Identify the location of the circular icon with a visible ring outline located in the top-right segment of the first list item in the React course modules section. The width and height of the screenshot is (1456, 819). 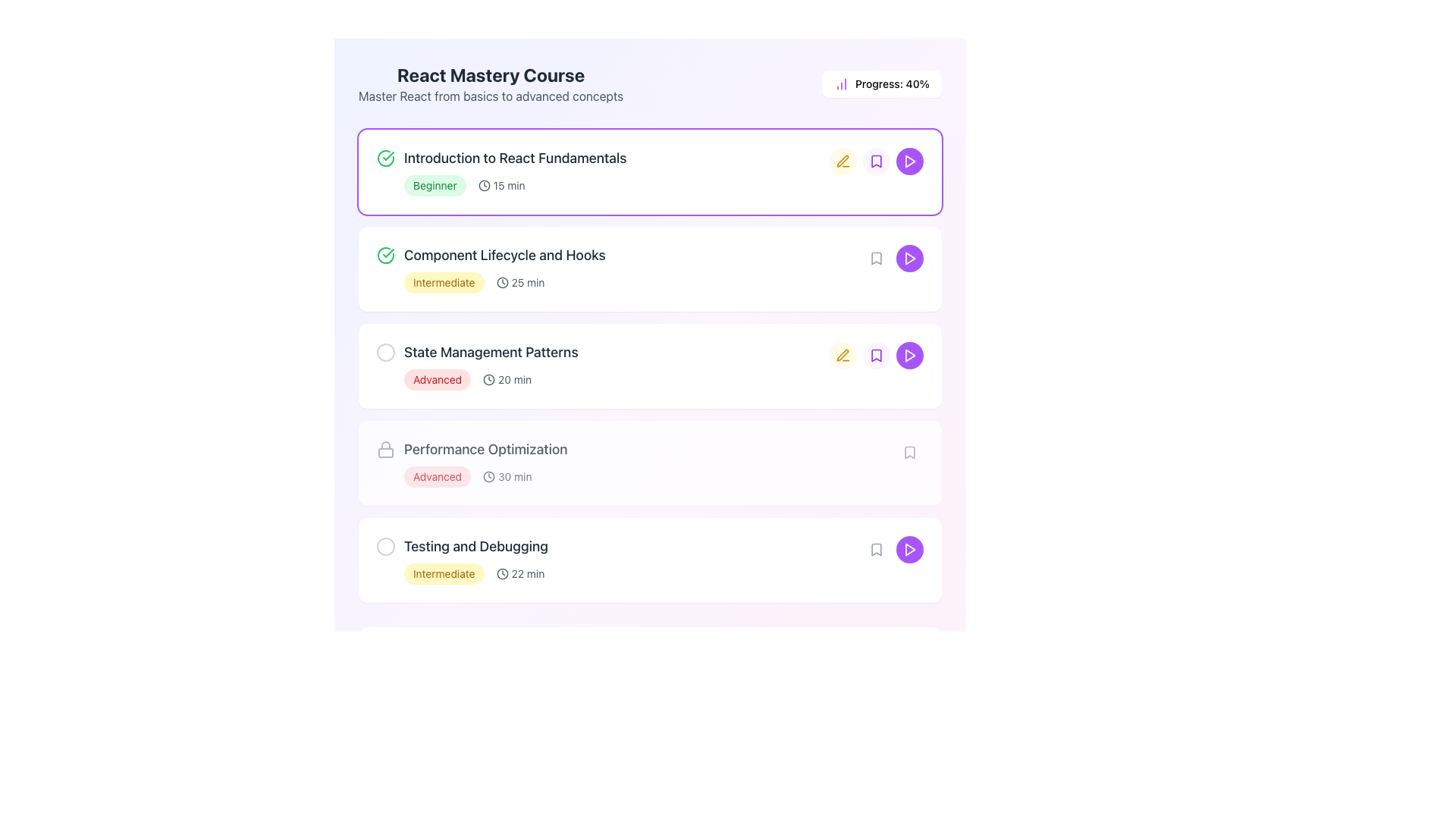
(483, 185).